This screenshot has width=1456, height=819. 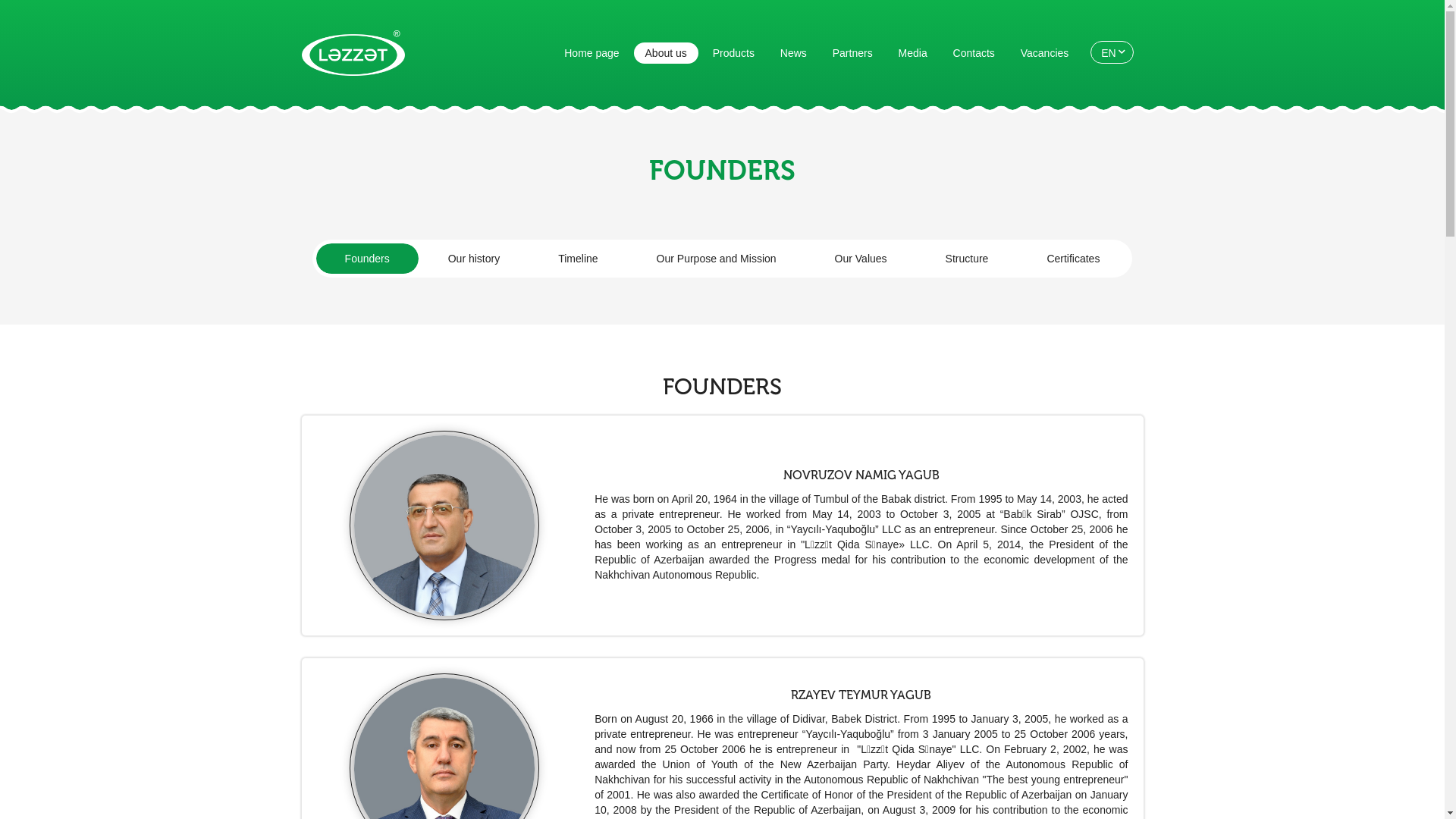 What do you see at coordinates (367, 257) in the screenshot?
I see `'Founders'` at bounding box center [367, 257].